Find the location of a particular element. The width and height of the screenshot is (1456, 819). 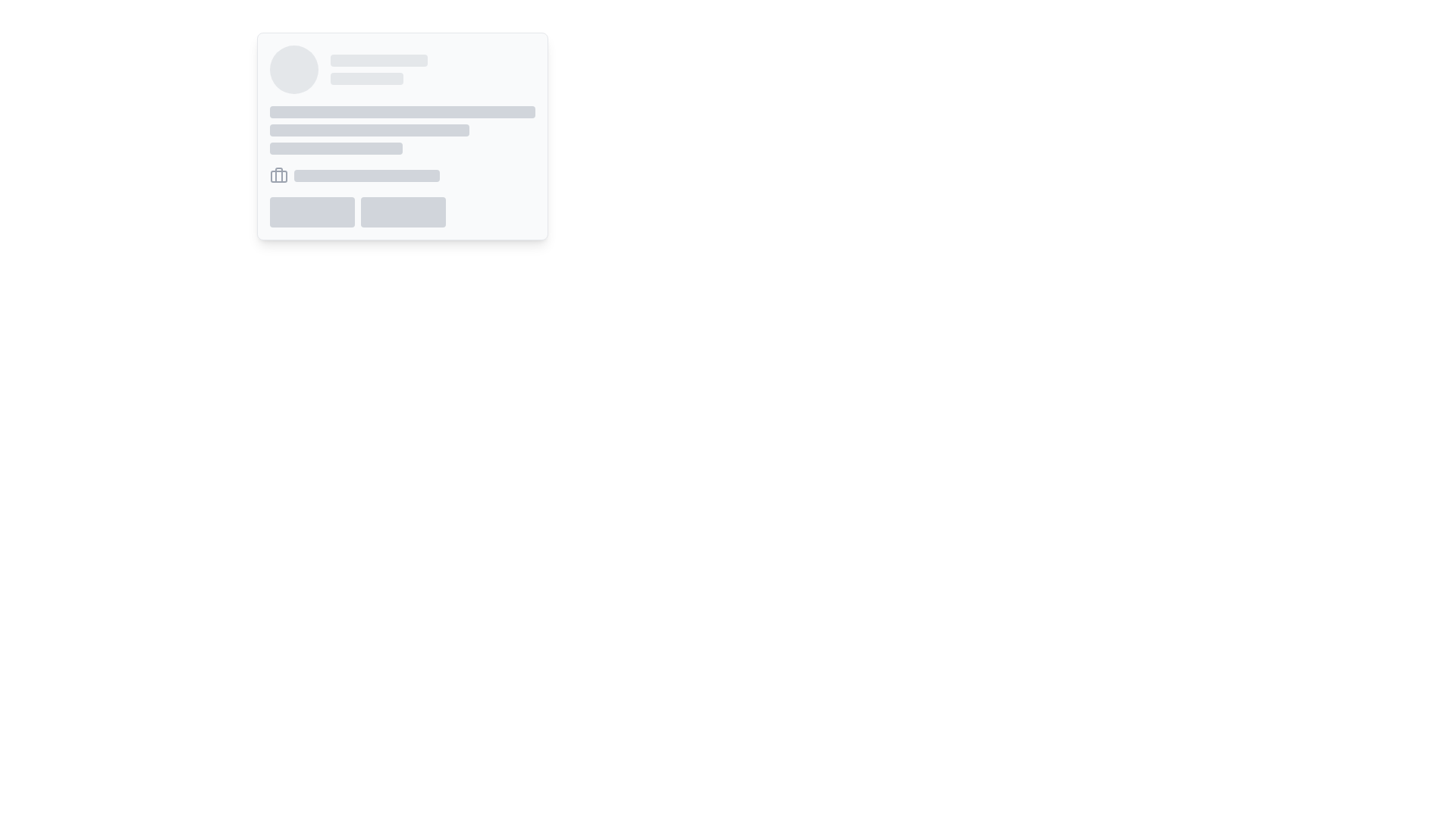

the graphical placeholder that serves as a visual divider located between a wider bar above and a smaller bar below is located at coordinates (369, 130).